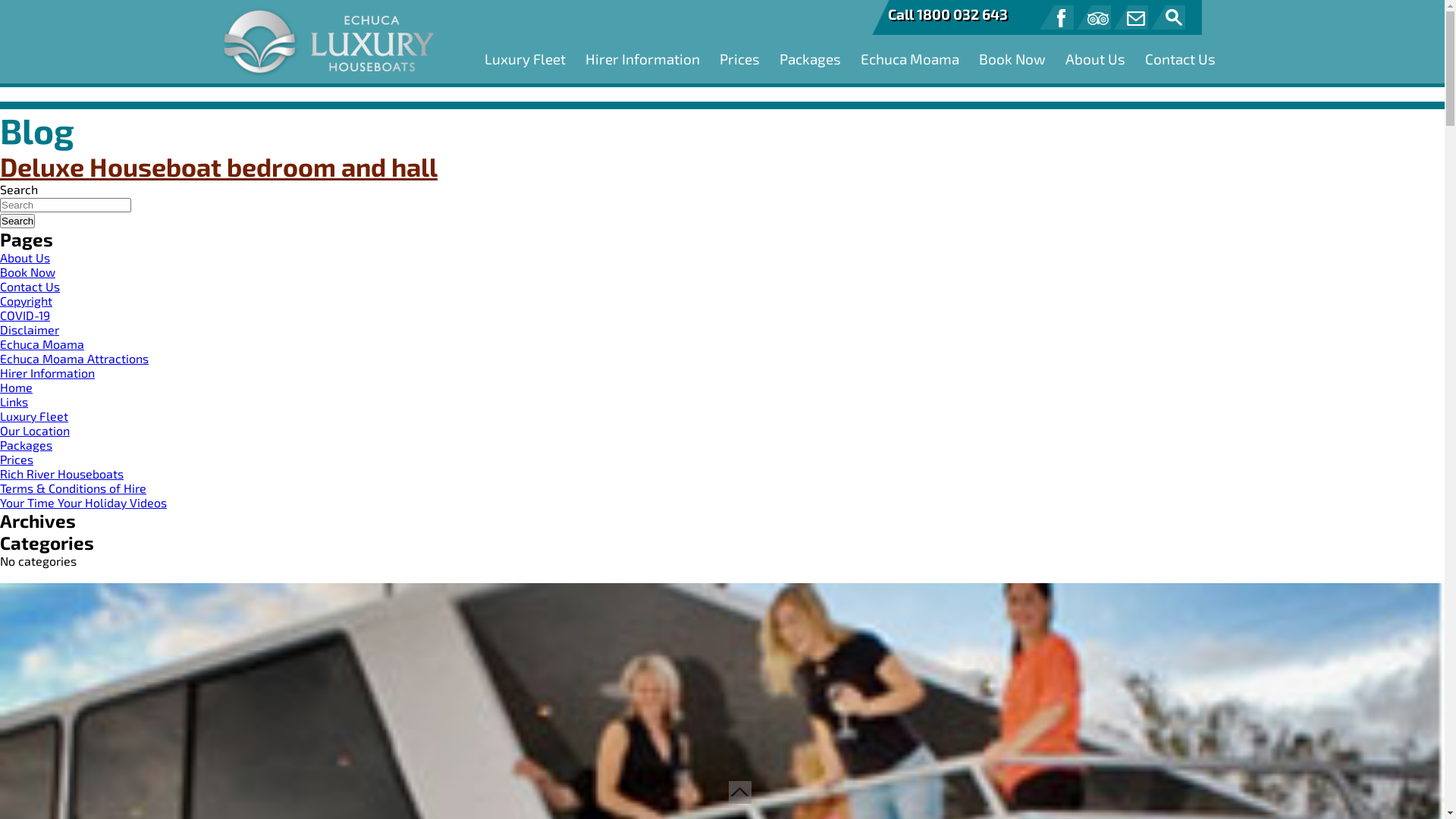  Describe the element at coordinates (946, 14) in the screenshot. I see `'Call 1800 032 643'` at that location.